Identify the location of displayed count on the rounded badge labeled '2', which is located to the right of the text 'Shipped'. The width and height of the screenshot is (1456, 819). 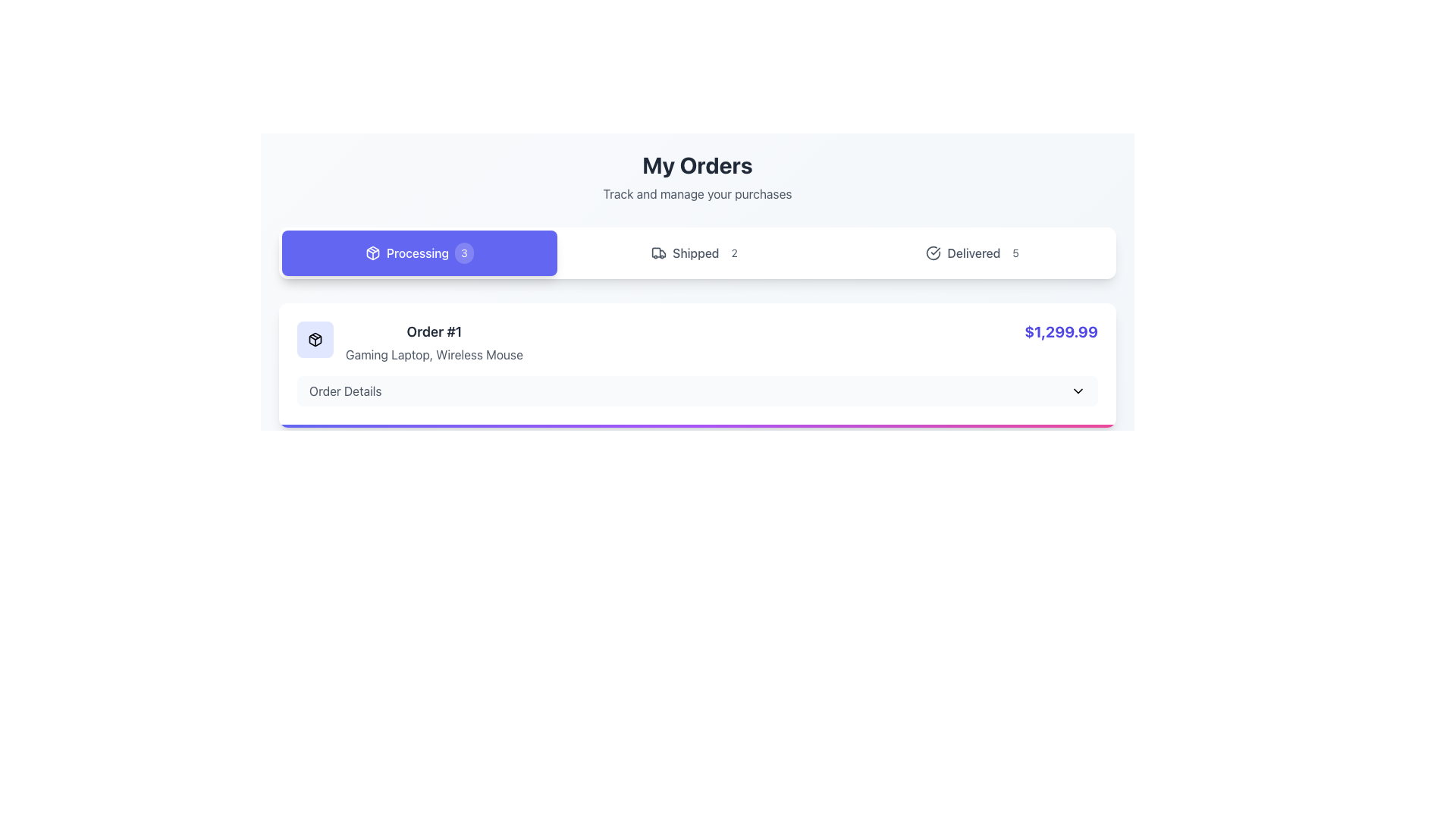
(734, 253).